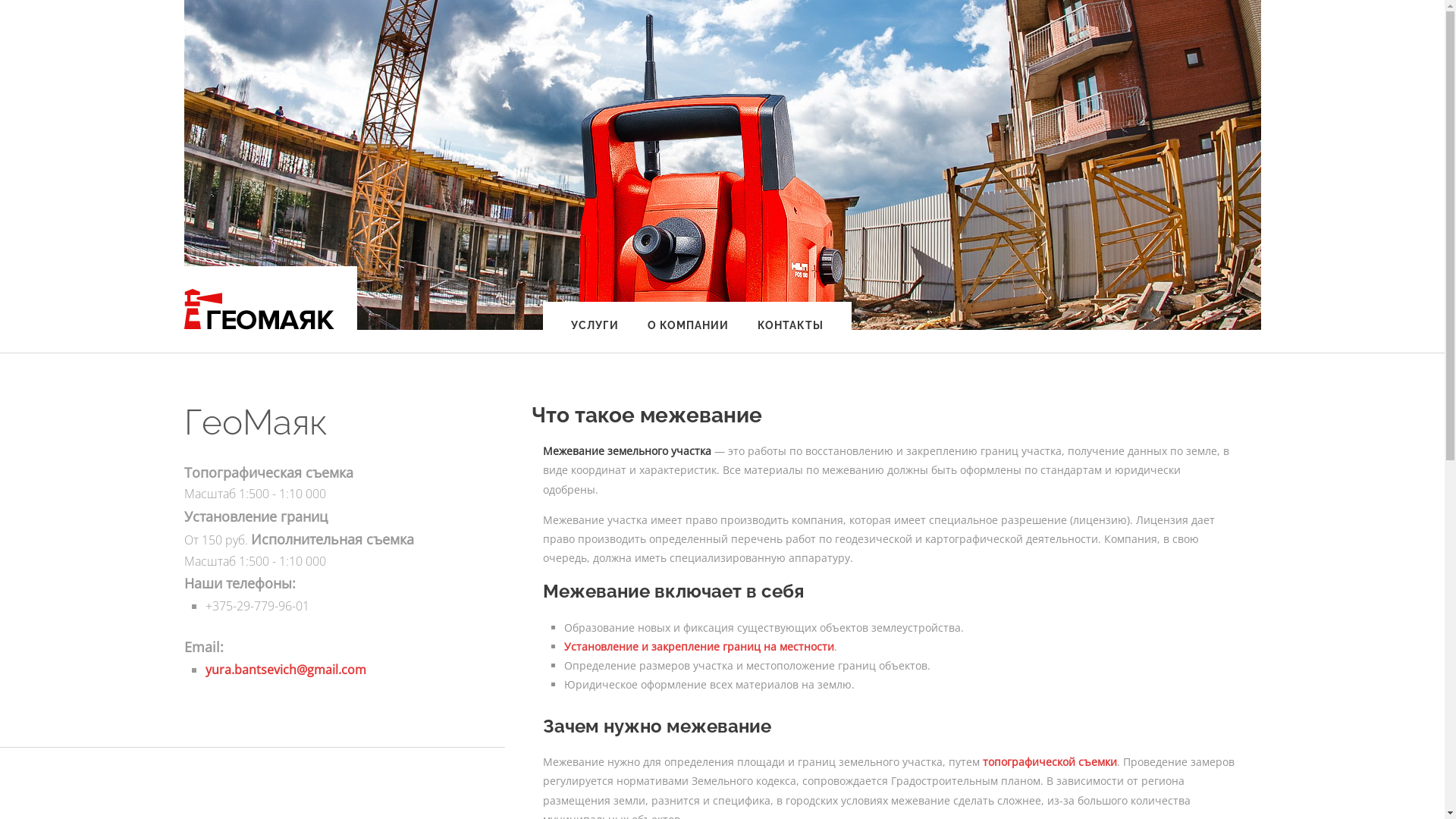 The width and height of the screenshot is (1456, 819). What do you see at coordinates (284, 669) in the screenshot?
I see `'yura.bantsevich@gmail.com'` at bounding box center [284, 669].